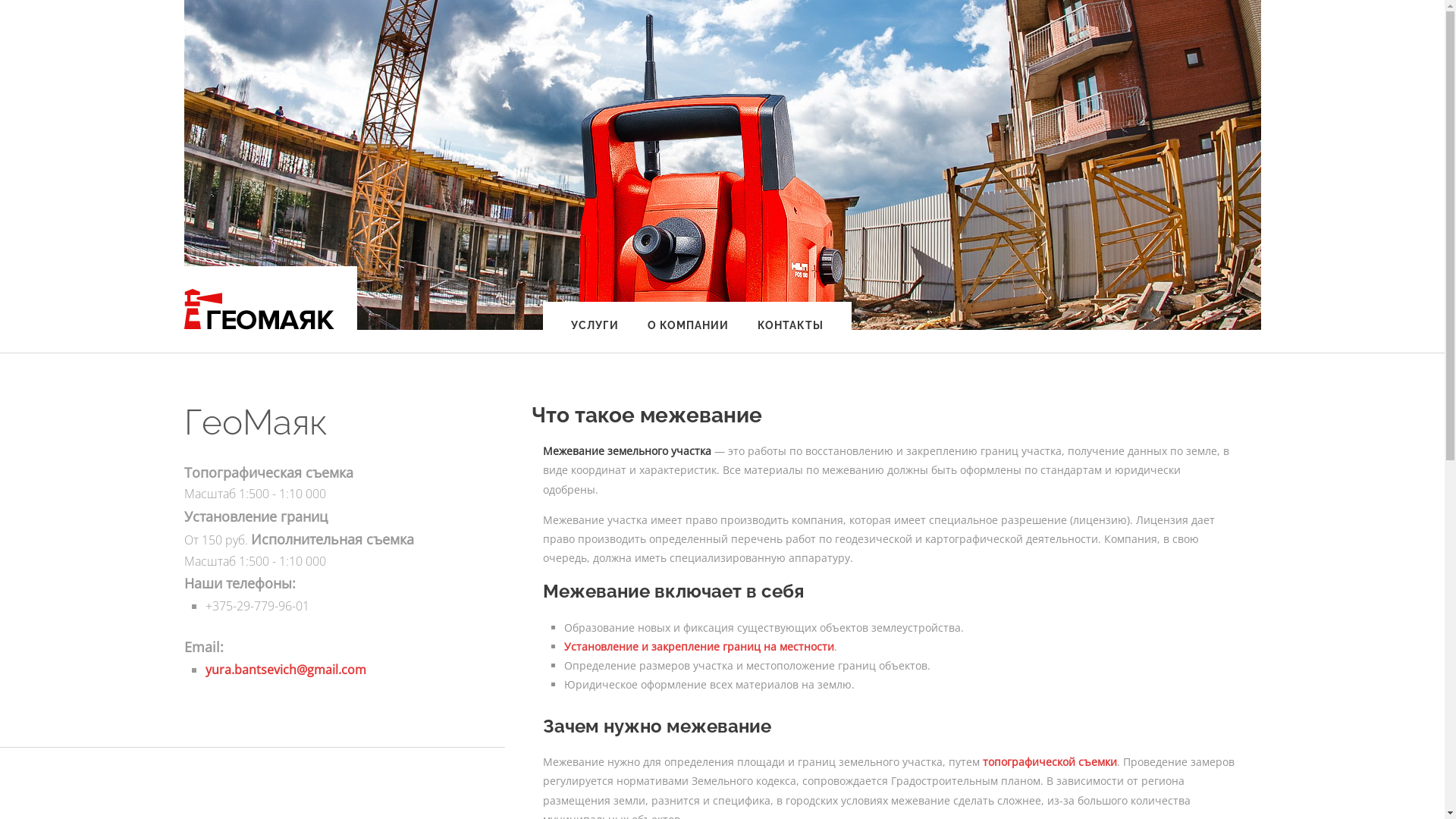 The width and height of the screenshot is (1456, 819). What do you see at coordinates (284, 669) in the screenshot?
I see `'yura.bantsevich@gmail.com'` at bounding box center [284, 669].